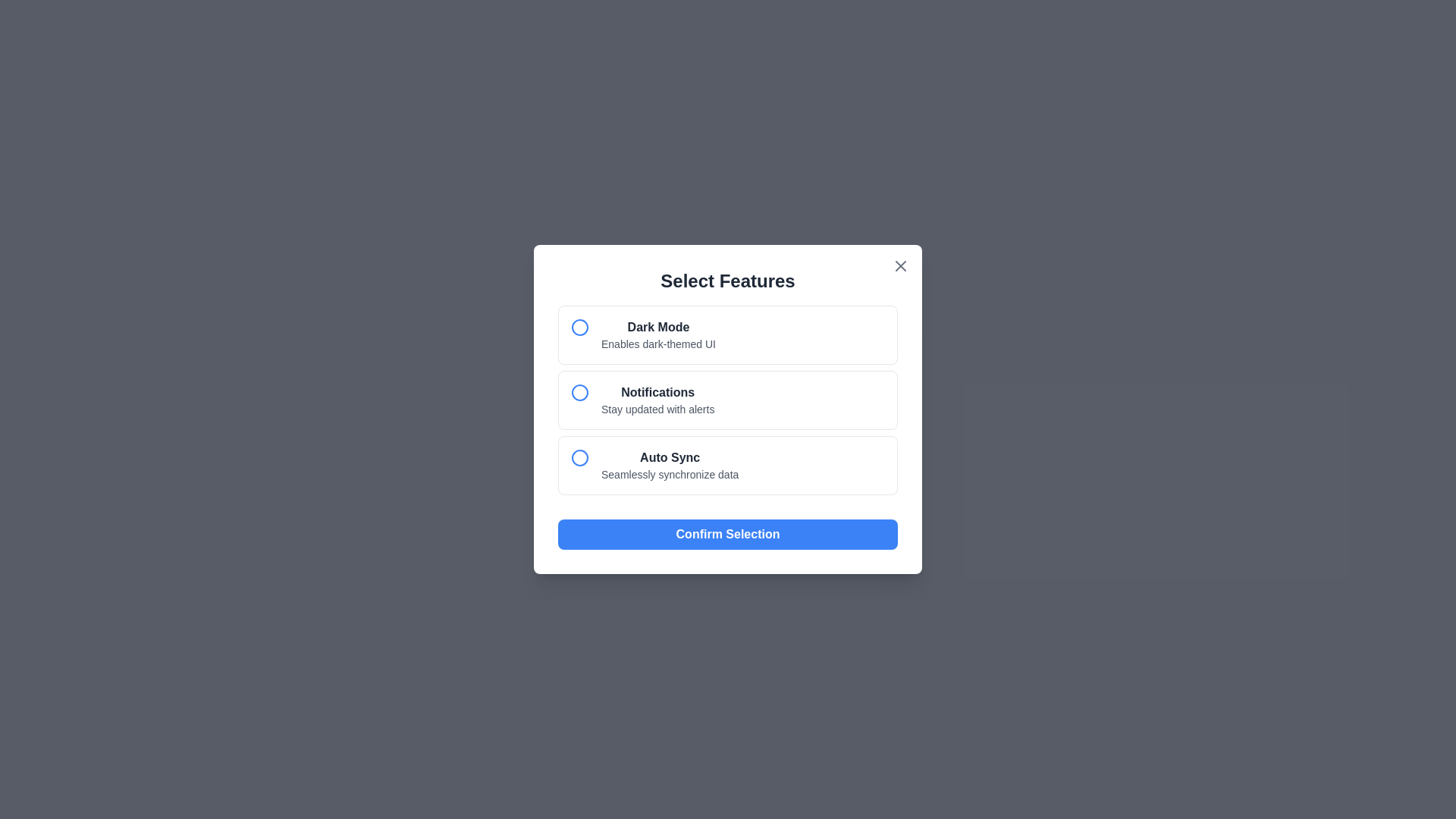 Image resolution: width=1456 pixels, height=819 pixels. What do you see at coordinates (728, 400) in the screenshot?
I see `the option corresponding to Notifications to select it` at bounding box center [728, 400].